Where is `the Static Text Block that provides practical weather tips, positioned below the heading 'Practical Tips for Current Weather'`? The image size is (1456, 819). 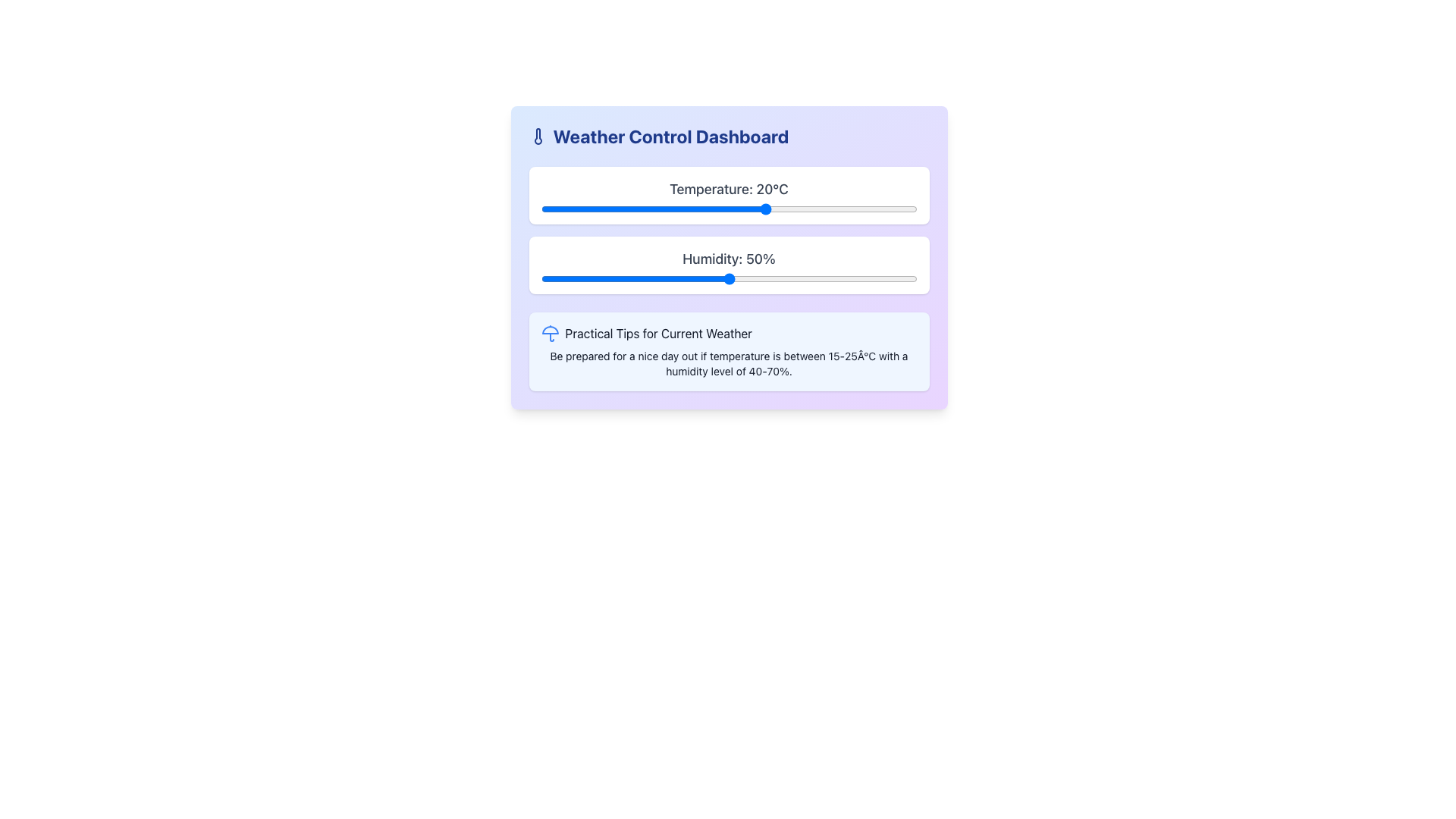 the Static Text Block that provides practical weather tips, positioned below the heading 'Practical Tips for Current Weather' is located at coordinates (729, 363).